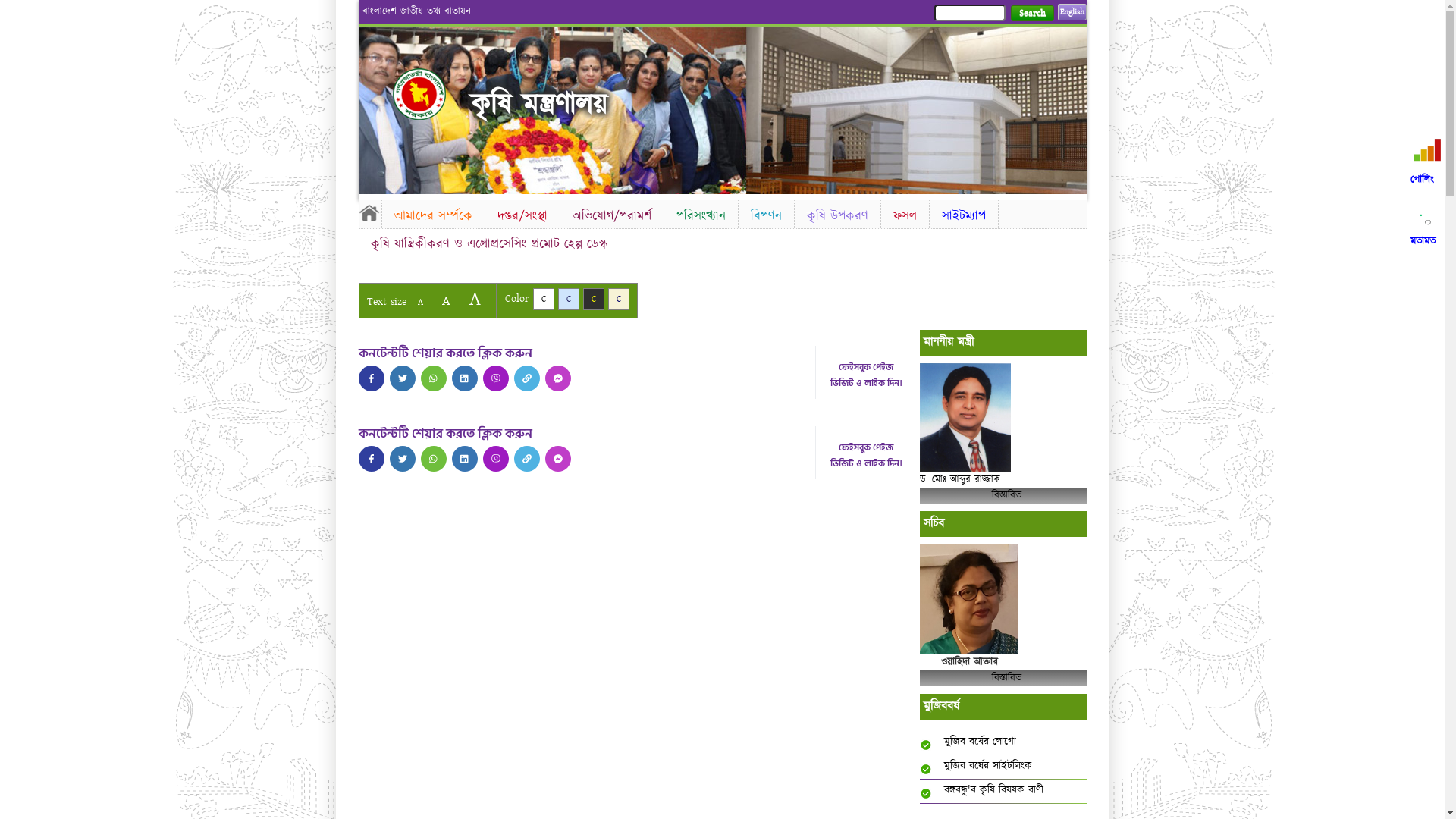 The width and height of the screenshot is (1456, 819). Describe the element at coordinates (557, 299) in the screenshot. I see `'C'` at that location.